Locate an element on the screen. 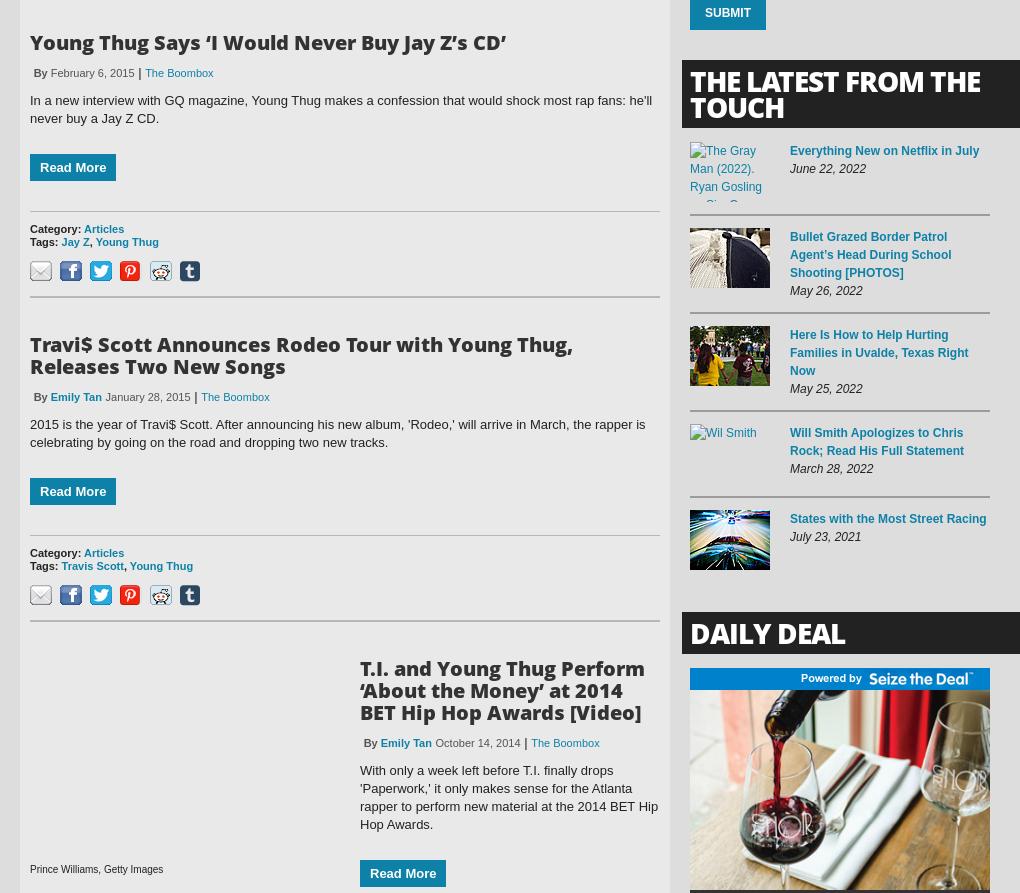 The width and height of the screenshot is (1020, 893). 'Here Is How to Help Hurting Families in Uvalde, Texas Right Now' is located at coordinates (878, 353).